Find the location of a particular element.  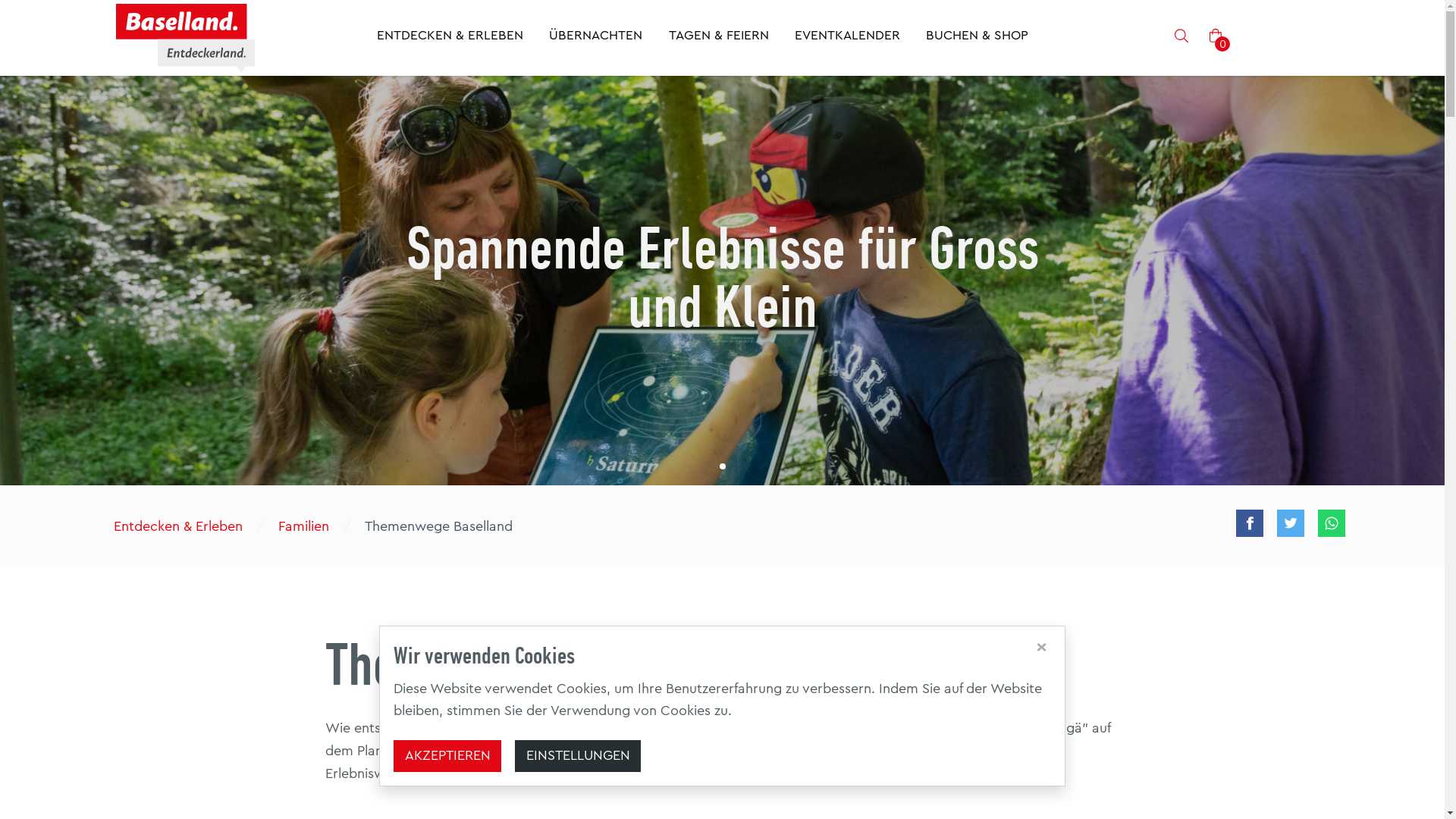

'TAGEN & FEIERN' is located at coordinates (717, 37).